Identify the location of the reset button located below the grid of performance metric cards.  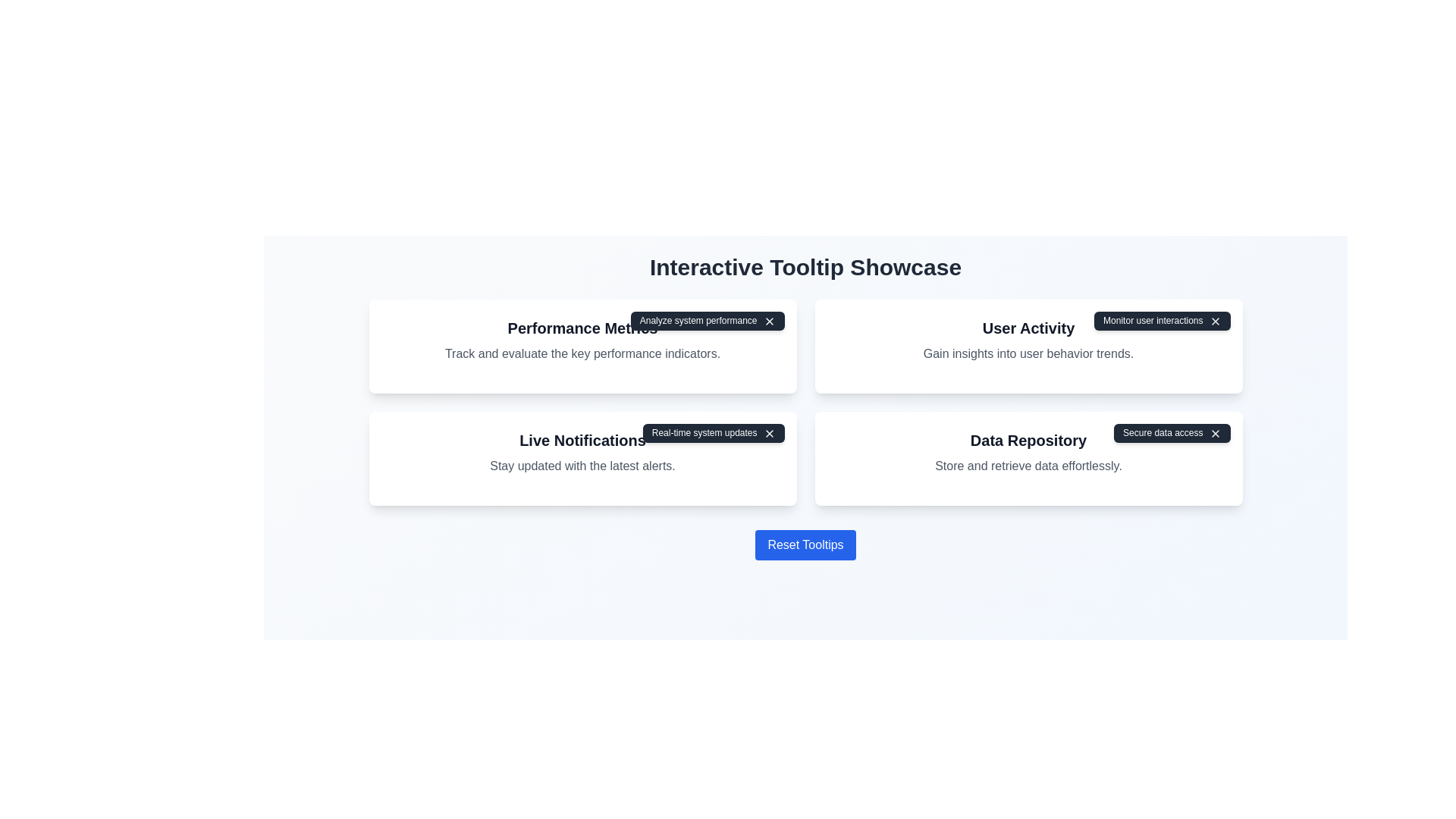
(805, 544).